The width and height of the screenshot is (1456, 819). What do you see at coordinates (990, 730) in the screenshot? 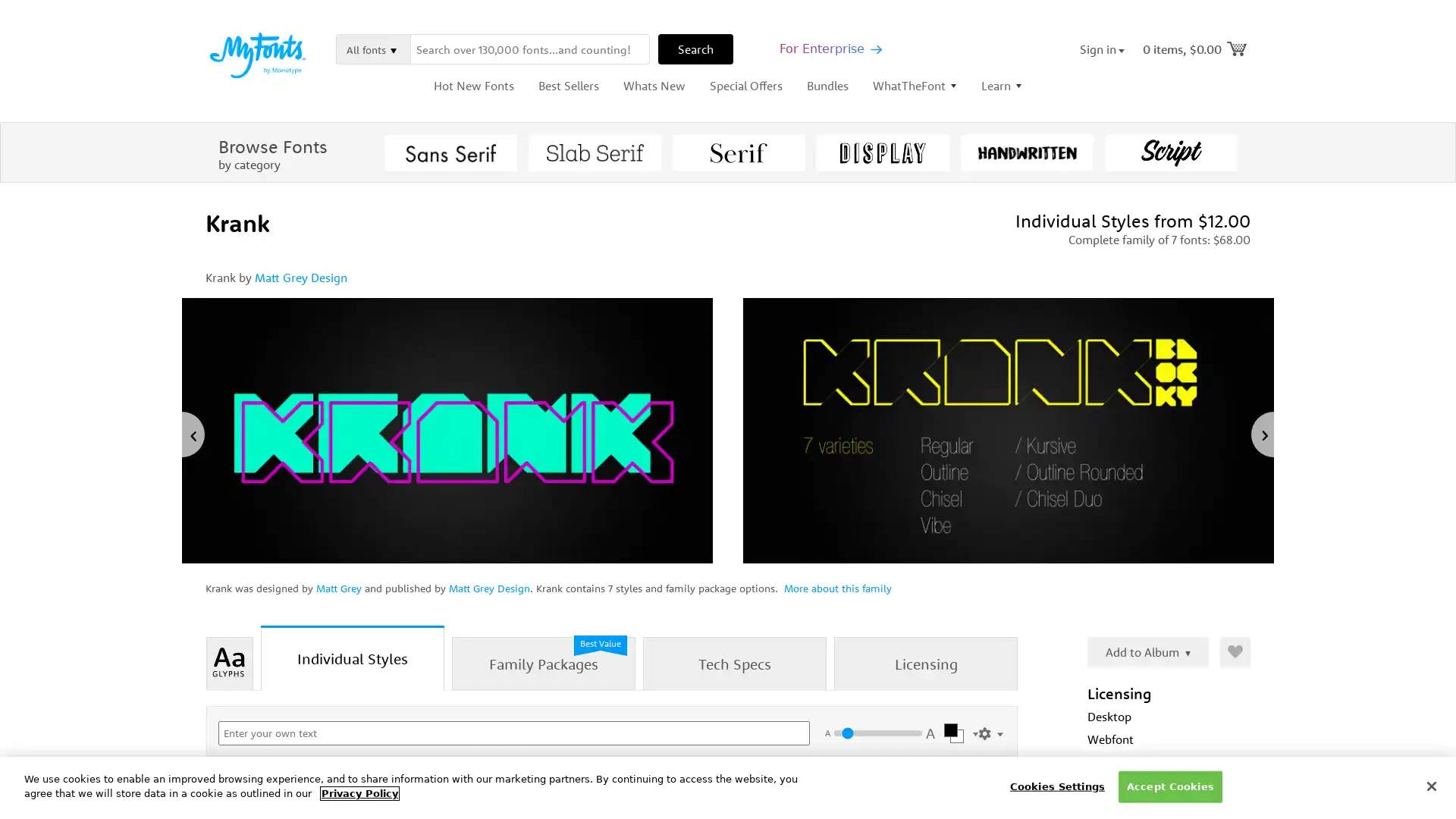
I see `Show Settings` at bounding box center [990, 730].